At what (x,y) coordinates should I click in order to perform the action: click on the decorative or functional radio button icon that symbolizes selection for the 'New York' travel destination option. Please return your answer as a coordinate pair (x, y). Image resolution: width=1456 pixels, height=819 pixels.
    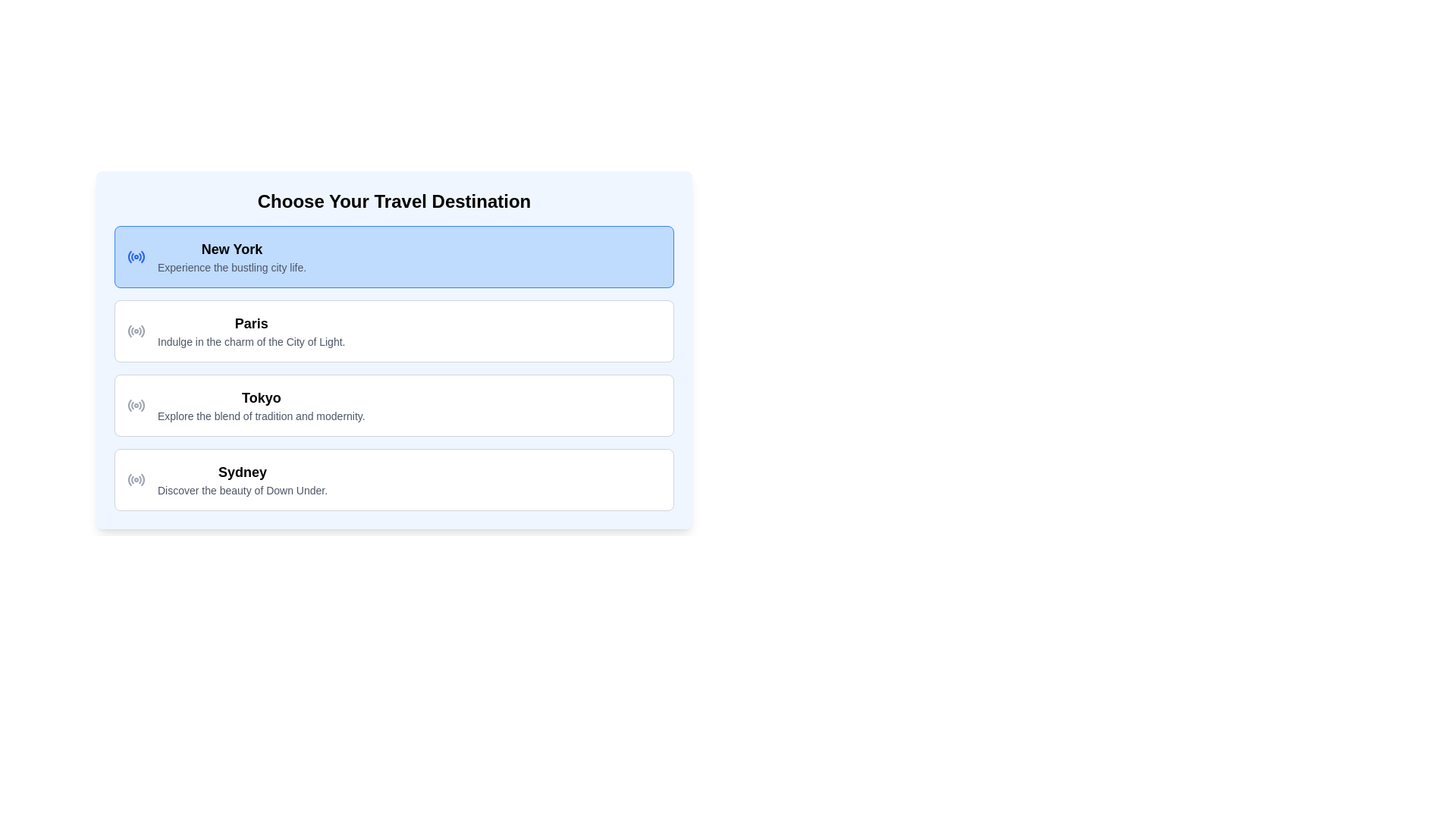
    Looking at the image, I should click on (136, 256).